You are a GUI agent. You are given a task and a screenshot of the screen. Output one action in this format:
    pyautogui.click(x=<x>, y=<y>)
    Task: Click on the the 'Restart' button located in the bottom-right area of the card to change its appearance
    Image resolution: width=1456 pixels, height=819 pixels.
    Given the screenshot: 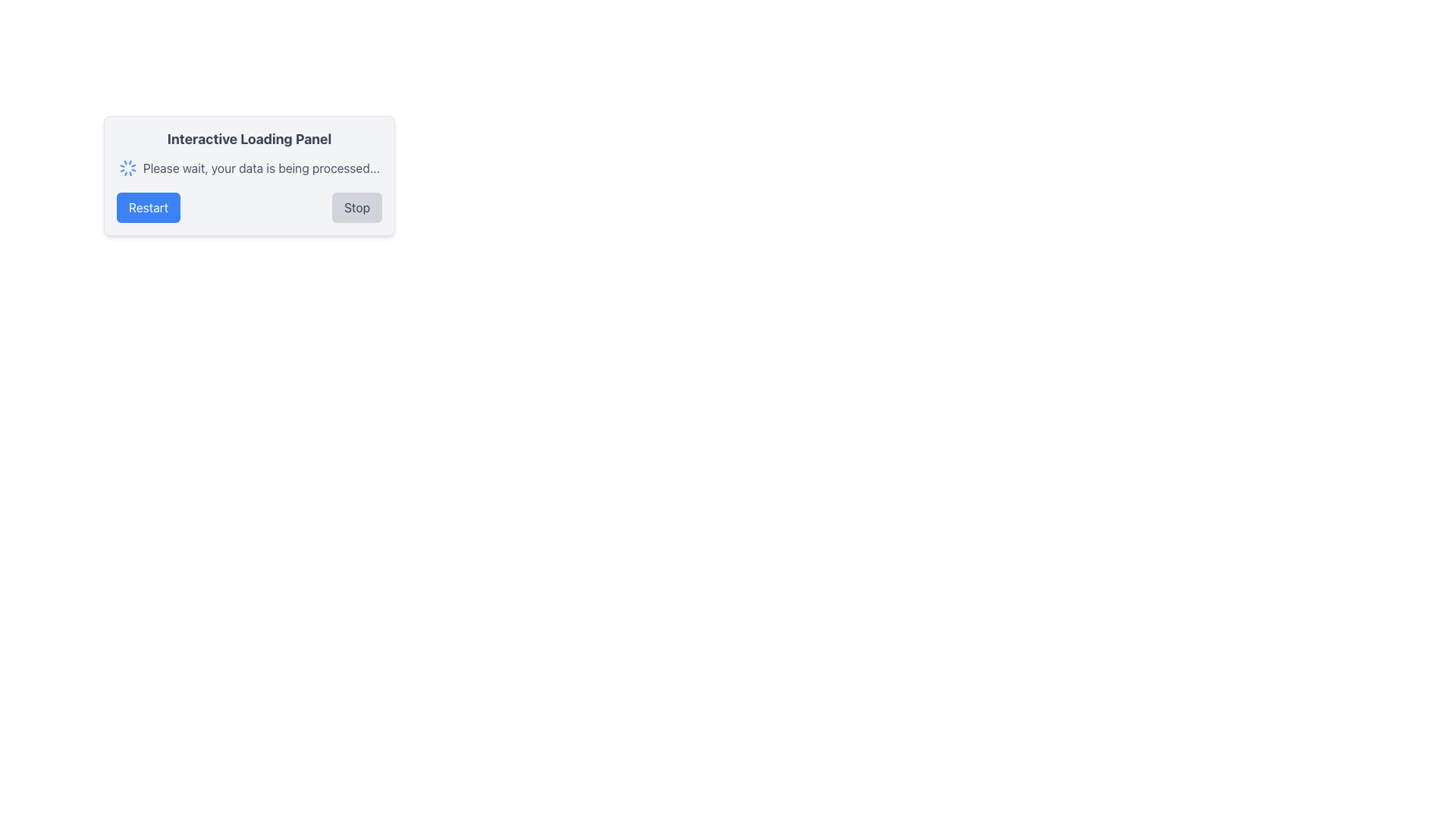 What is the action you would take?
    pyautogui.click(x=149, y=207)
    